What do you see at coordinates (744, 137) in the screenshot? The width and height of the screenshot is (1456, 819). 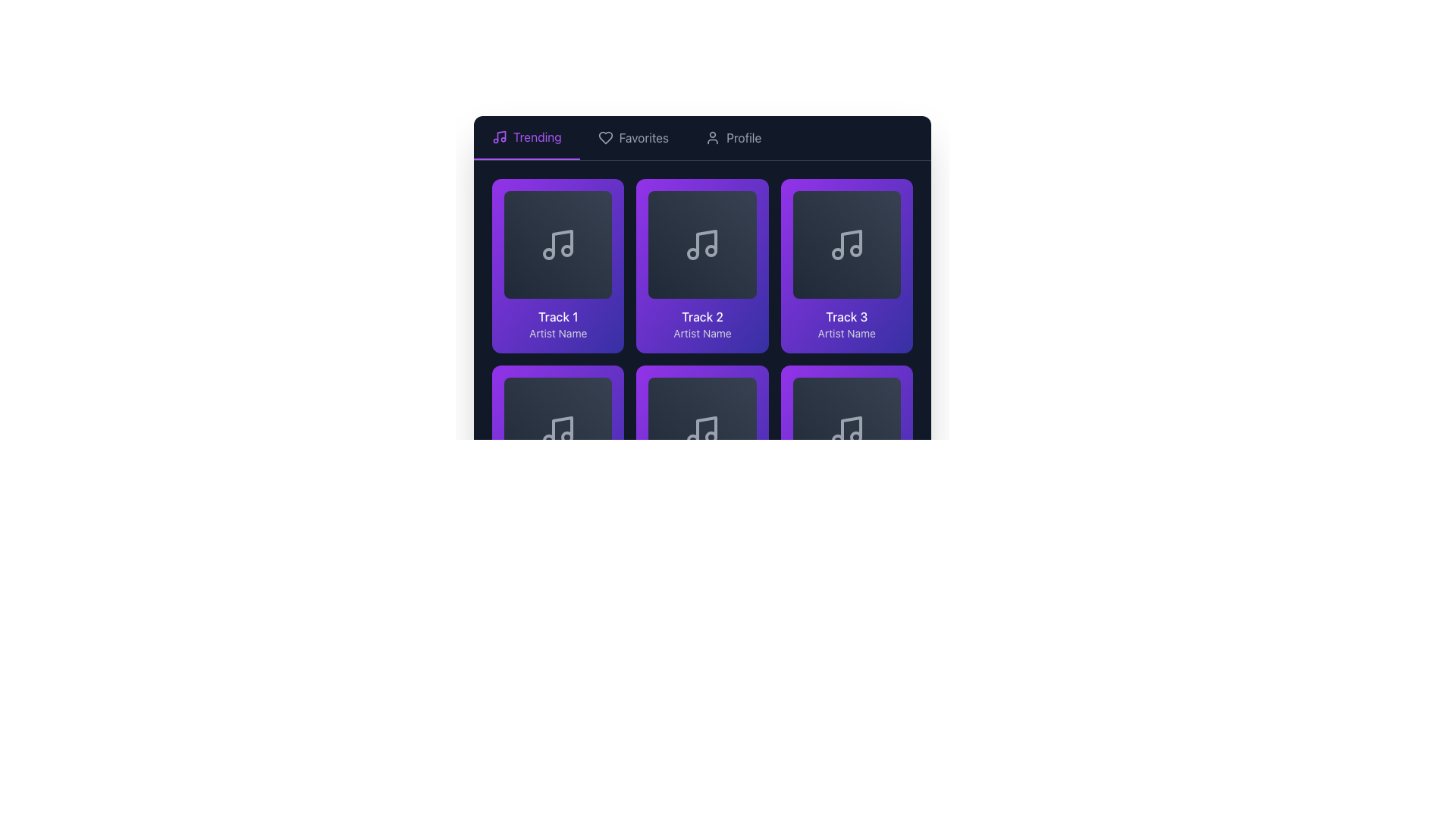 I see `the content of the 'Profile' text label located at the far-right end of the top navigation bar, adjacent to the user icon` at bounding box center [744, 137].